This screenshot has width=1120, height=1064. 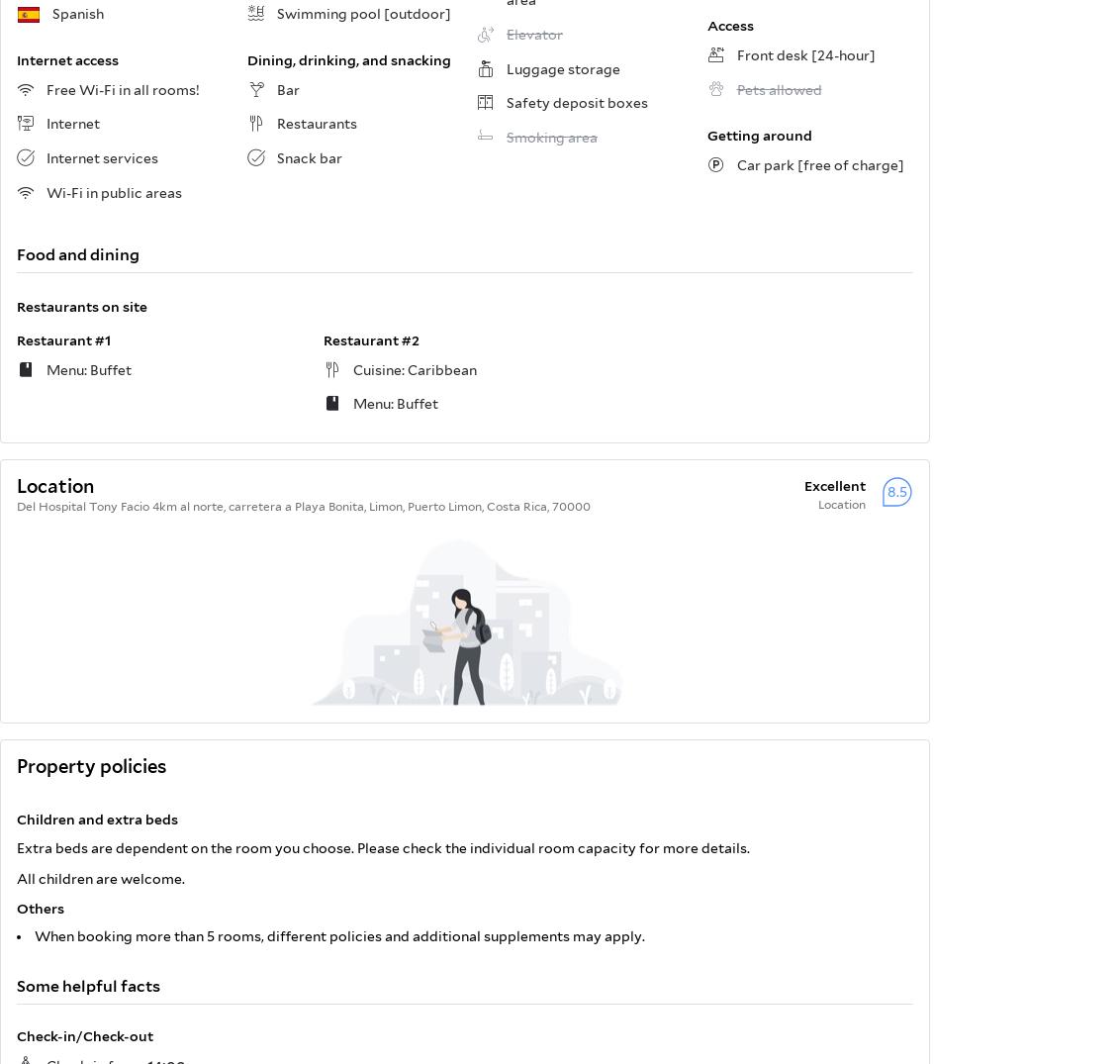 I want to click on 'Swimming pool [outdoor]', so click(x=362, y=12).